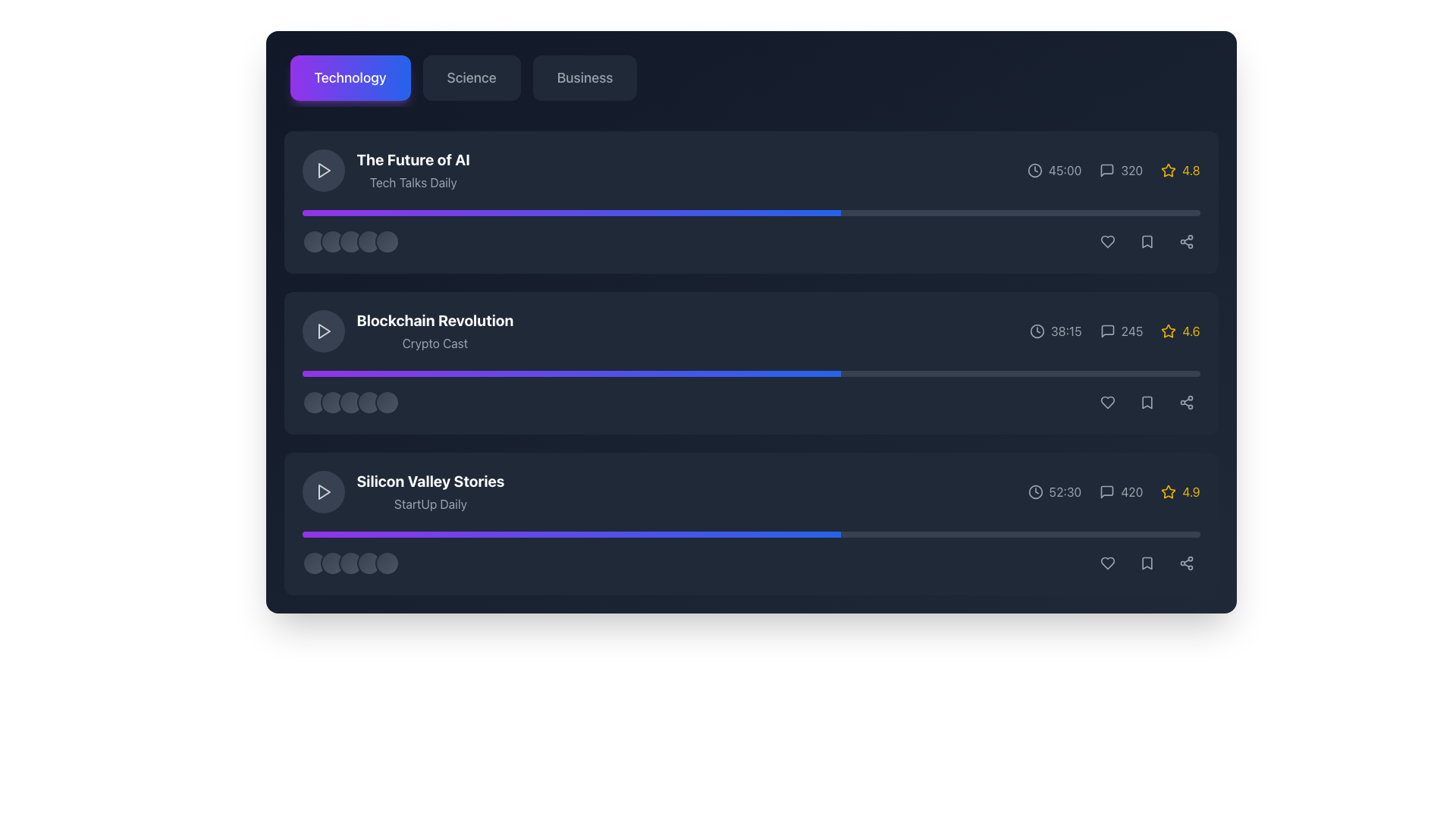 The image size is (1456, 819). I want to click on the star icon in the bottom-right corner of the 'Silicon Valley Stories' podcast section, which indicates the rating or favorite status and is located next to the rating '4.9', so click(1168, 491).